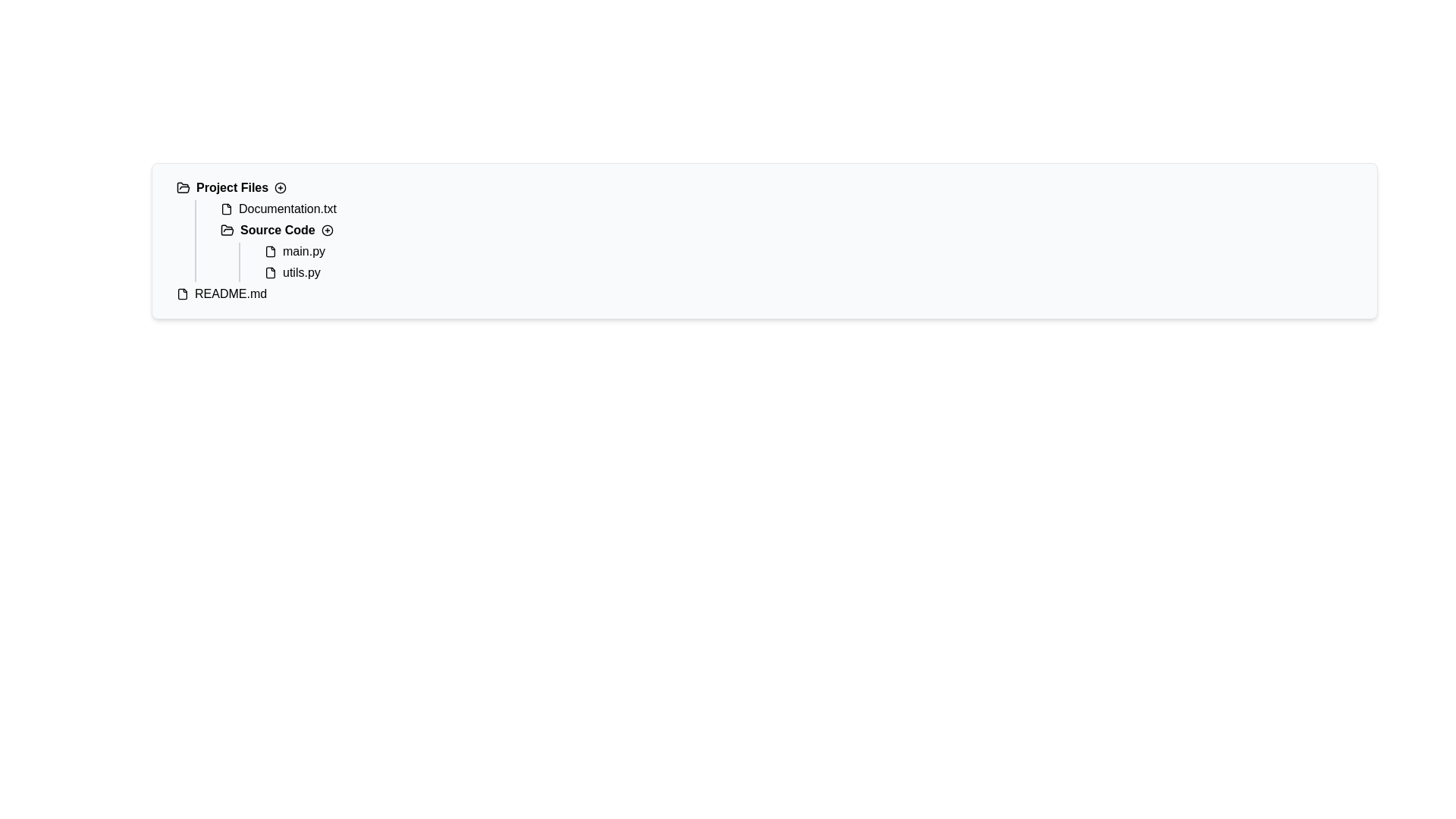 The height and width of the screenshot is (819, 1456). What do you see at coordinates (270, 271) in the screenshot?
I see `the file icon representing 'utils.py' located at the top-right corner of the Source Code folder in the file tree` at bounding box center [270, 271].